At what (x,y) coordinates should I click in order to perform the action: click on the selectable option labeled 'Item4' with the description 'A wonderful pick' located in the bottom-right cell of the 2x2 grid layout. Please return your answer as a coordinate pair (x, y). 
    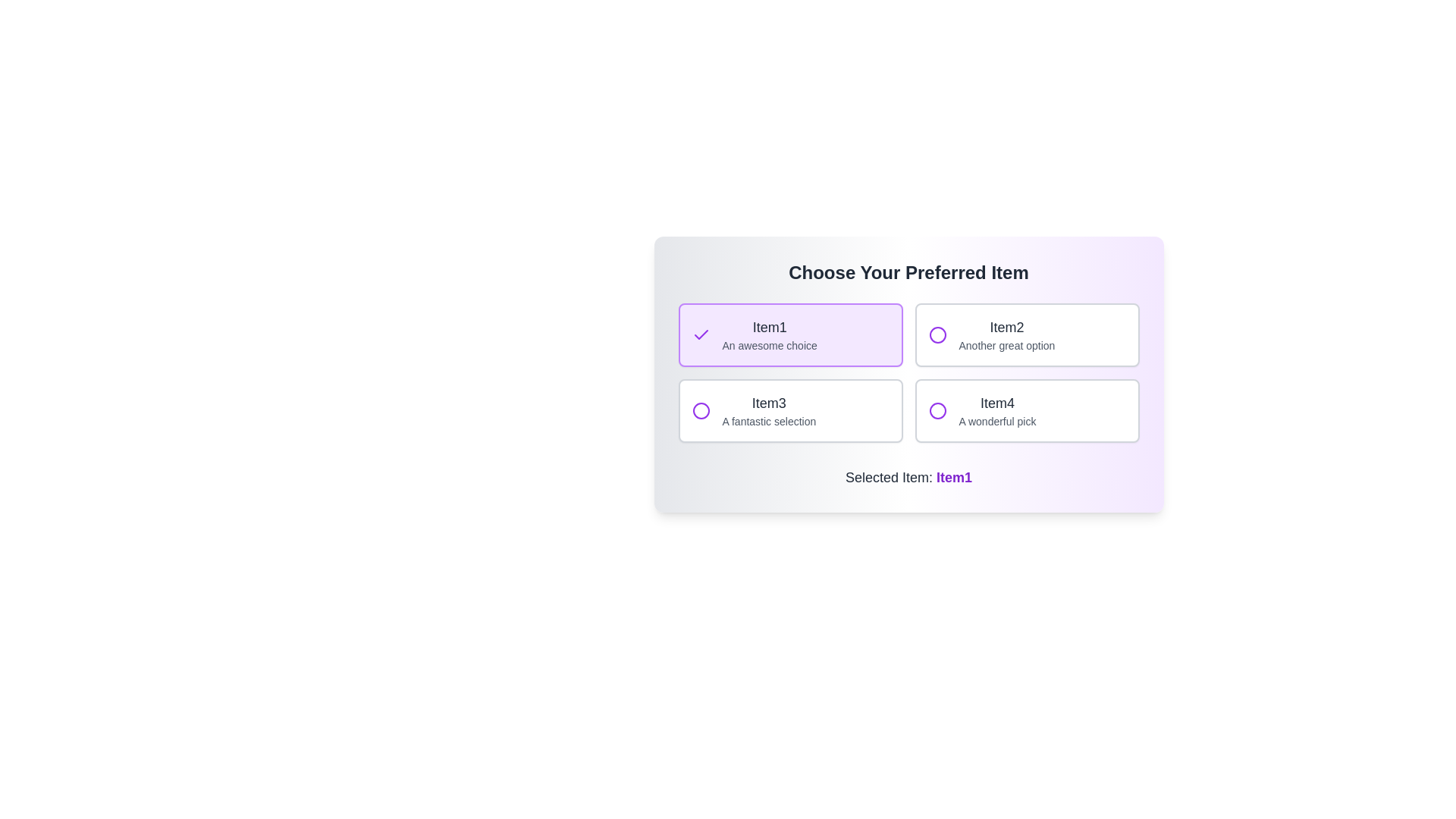
    Looking at the image, I should click on (997, 411).